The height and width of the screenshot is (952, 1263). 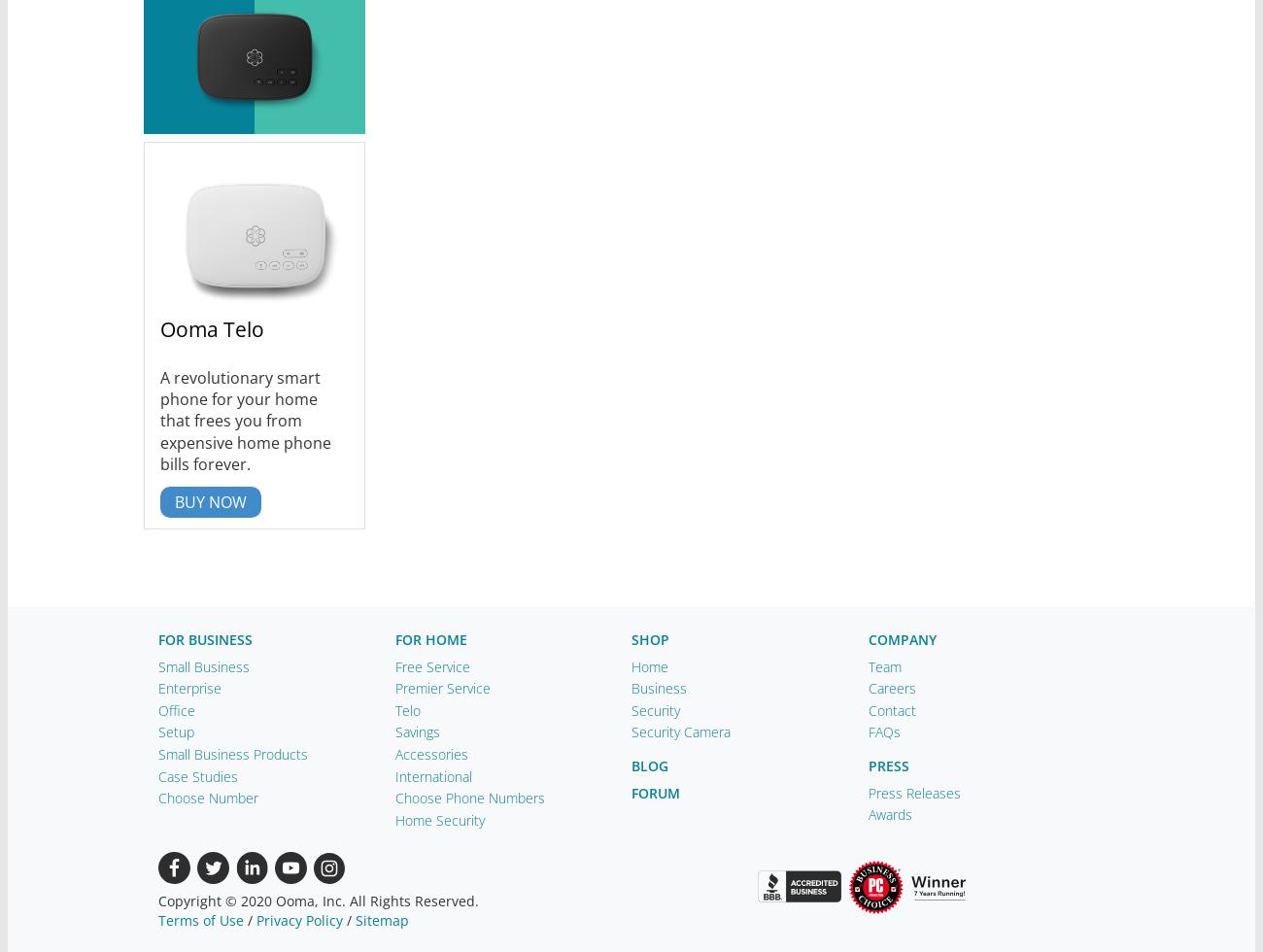 What do you see at coordinates (429, 639) in the screenshot?
I see `'For Home'` at bounding box center [429, 639].